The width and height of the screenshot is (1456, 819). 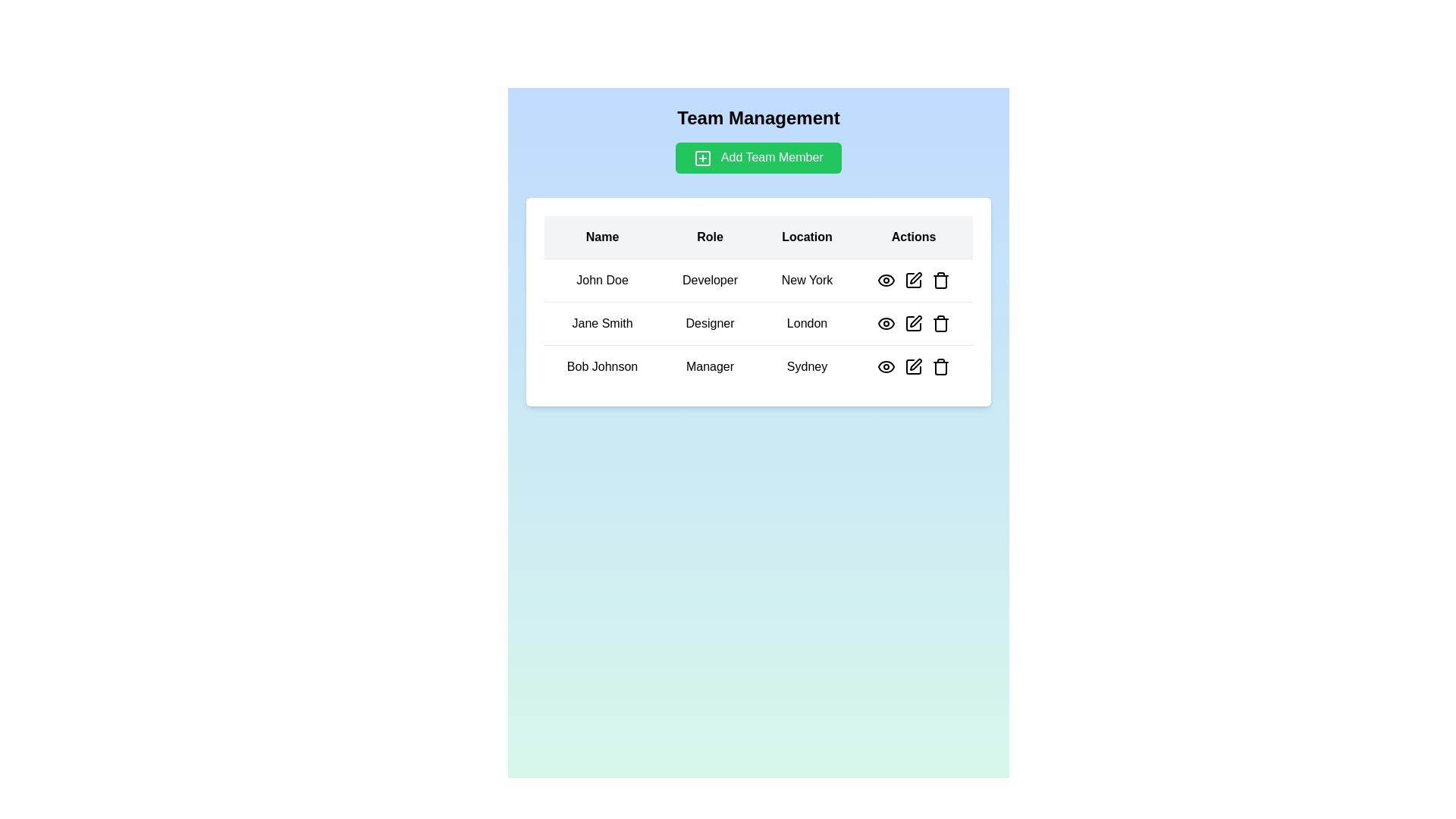 I want to click on the static text label displaying 'Developer' located in the second cell of the first row under the 'Role' column of the table, so click(x=709, y=280).